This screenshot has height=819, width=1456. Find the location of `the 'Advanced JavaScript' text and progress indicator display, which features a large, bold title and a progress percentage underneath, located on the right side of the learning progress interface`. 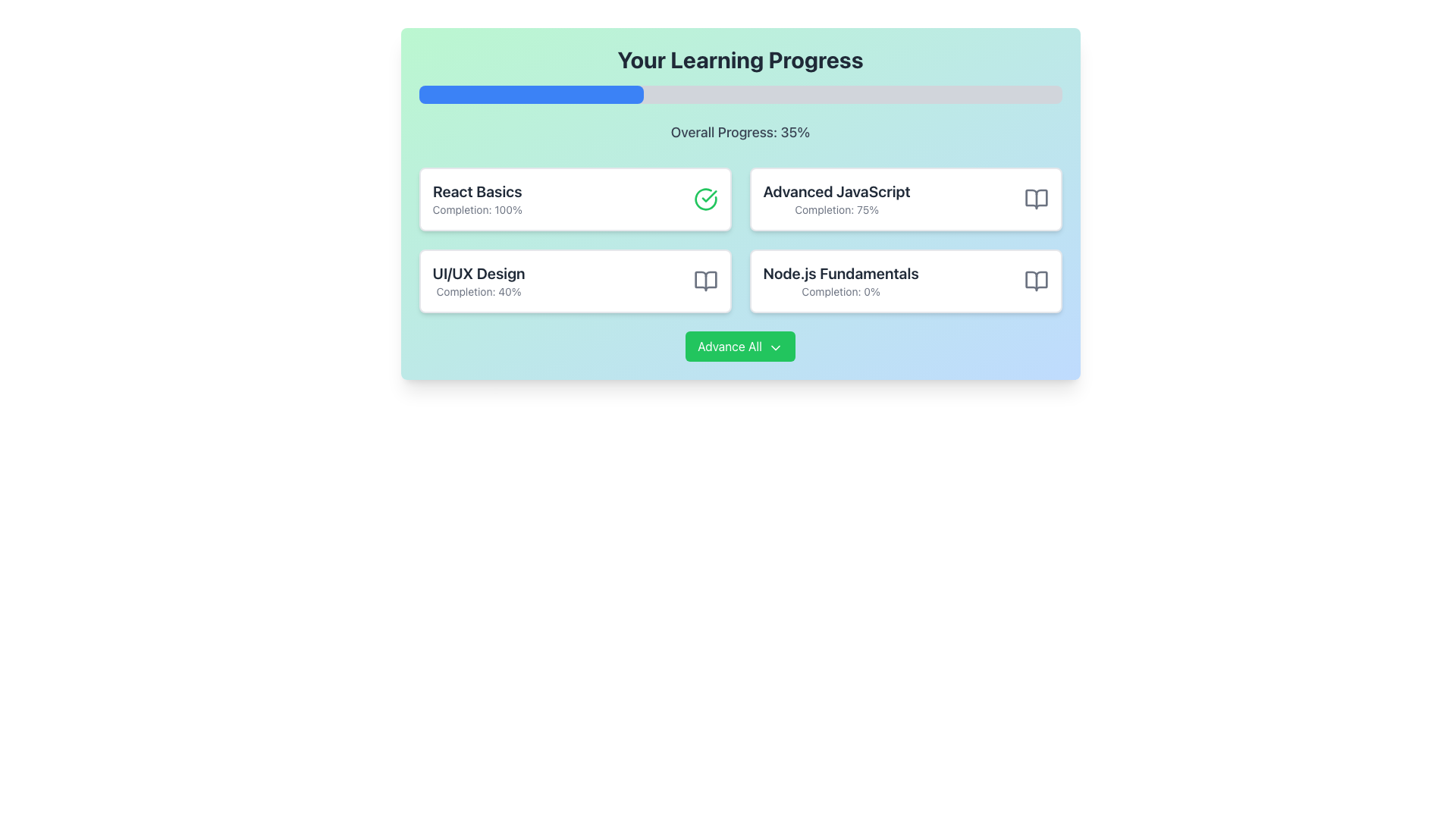

the 'Advanced JavaScript' text and progress indicator display, which features a large, bold title and a progress percentage underneath, located on the right side of the learning progress interface is located at coordinates (836, 198).